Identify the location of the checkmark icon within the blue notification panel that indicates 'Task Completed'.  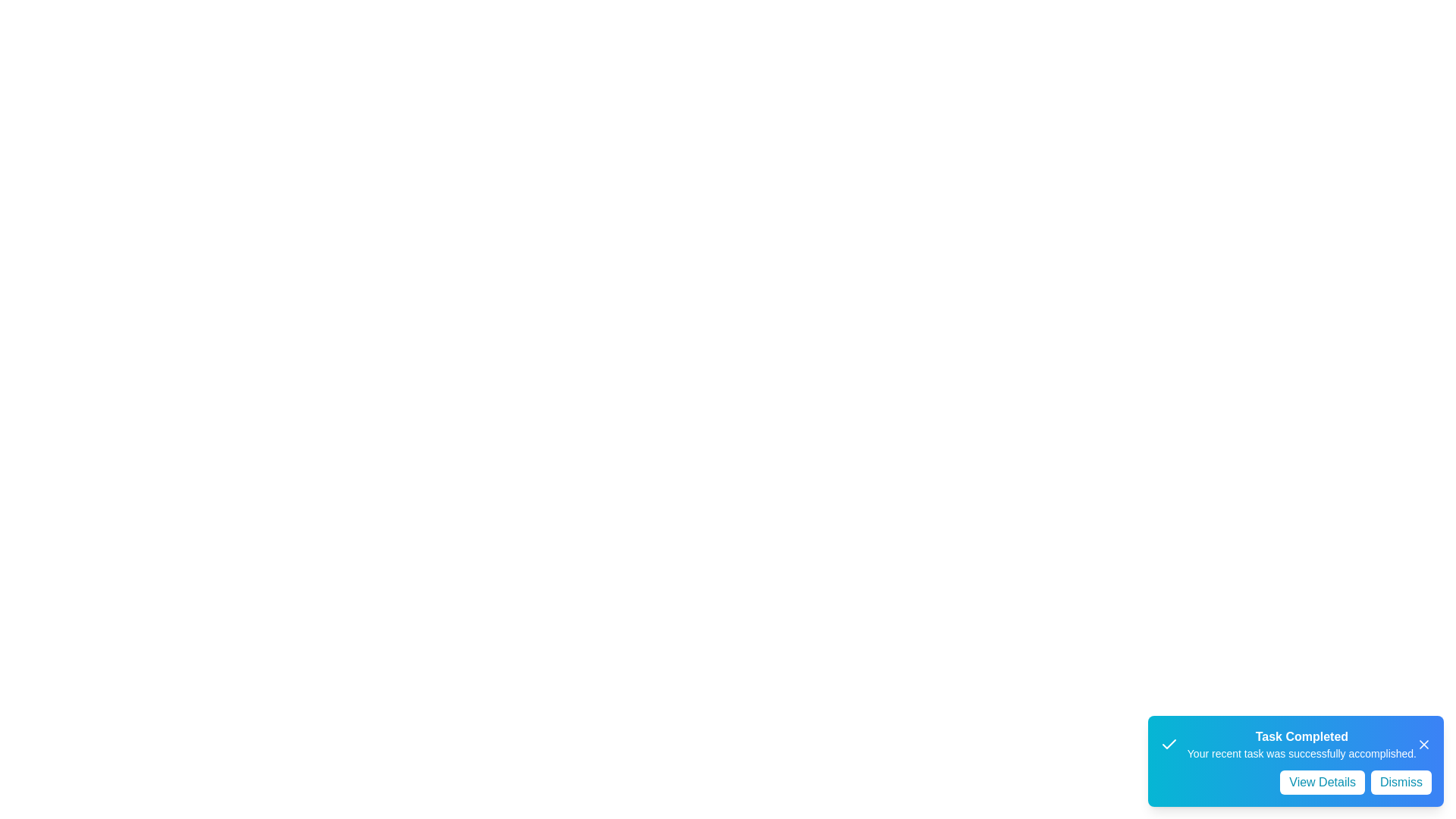
(1168, 744).